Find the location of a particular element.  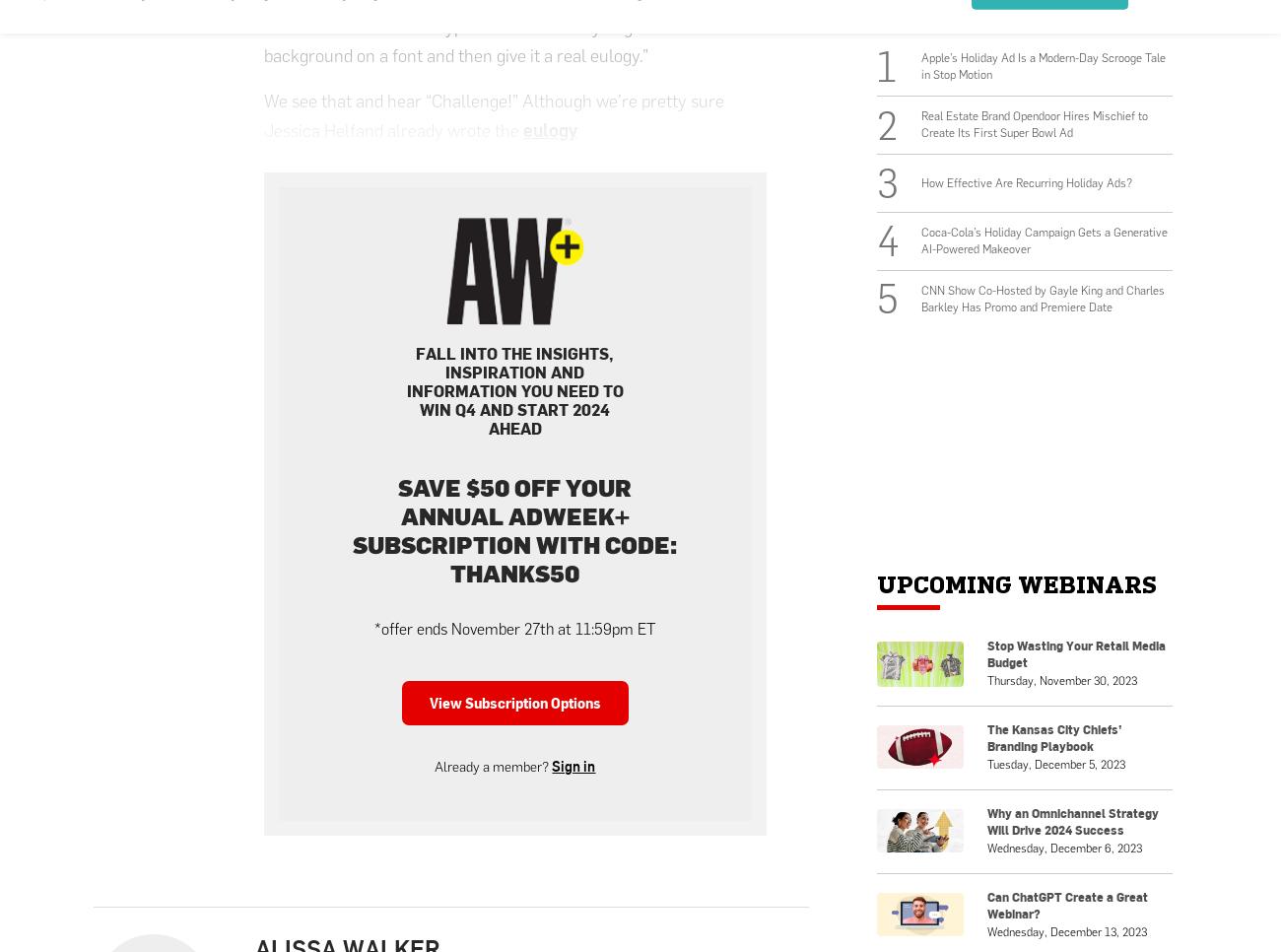

'We see that and hear “Challenge!” Although we’re pretty sure Jessica Helfand already wrote the' is located at coordinates (263, 116).